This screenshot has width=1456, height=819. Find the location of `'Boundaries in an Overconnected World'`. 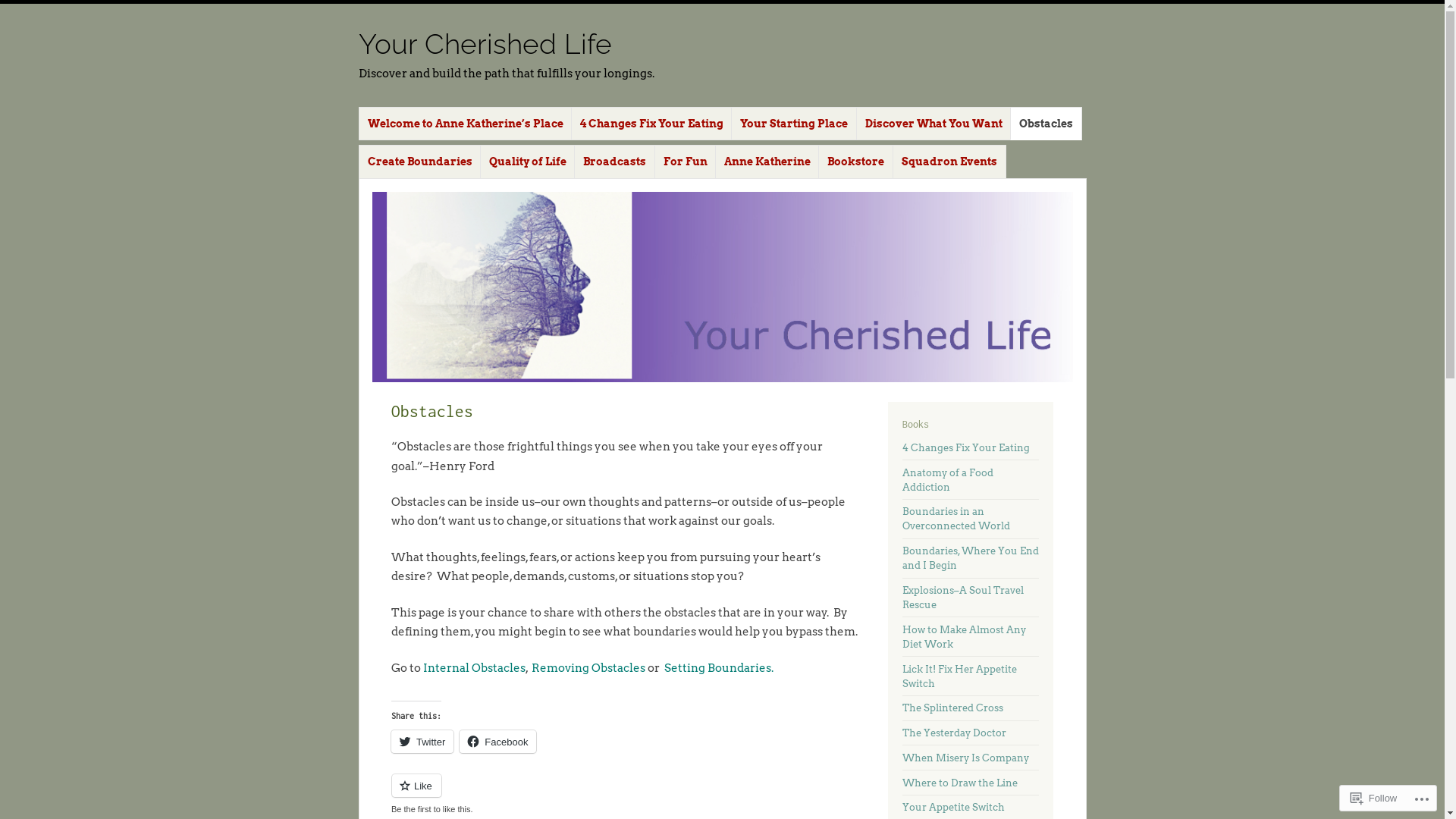

'Boundaries in an Overconnected World' is located at coordinates (902, 517).